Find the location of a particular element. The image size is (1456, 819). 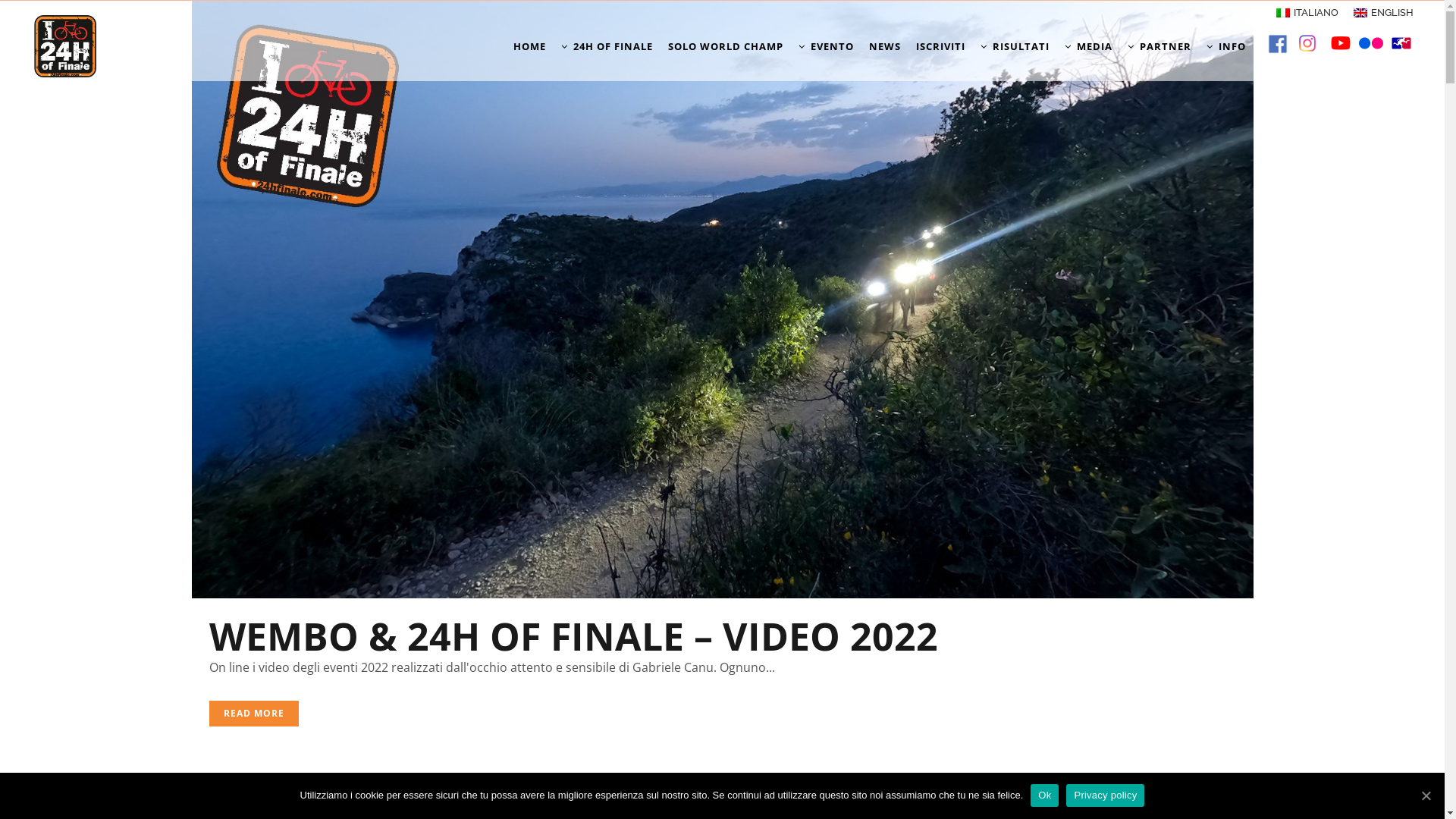

'Privacy policy' is located at coordinates (1105, 795).